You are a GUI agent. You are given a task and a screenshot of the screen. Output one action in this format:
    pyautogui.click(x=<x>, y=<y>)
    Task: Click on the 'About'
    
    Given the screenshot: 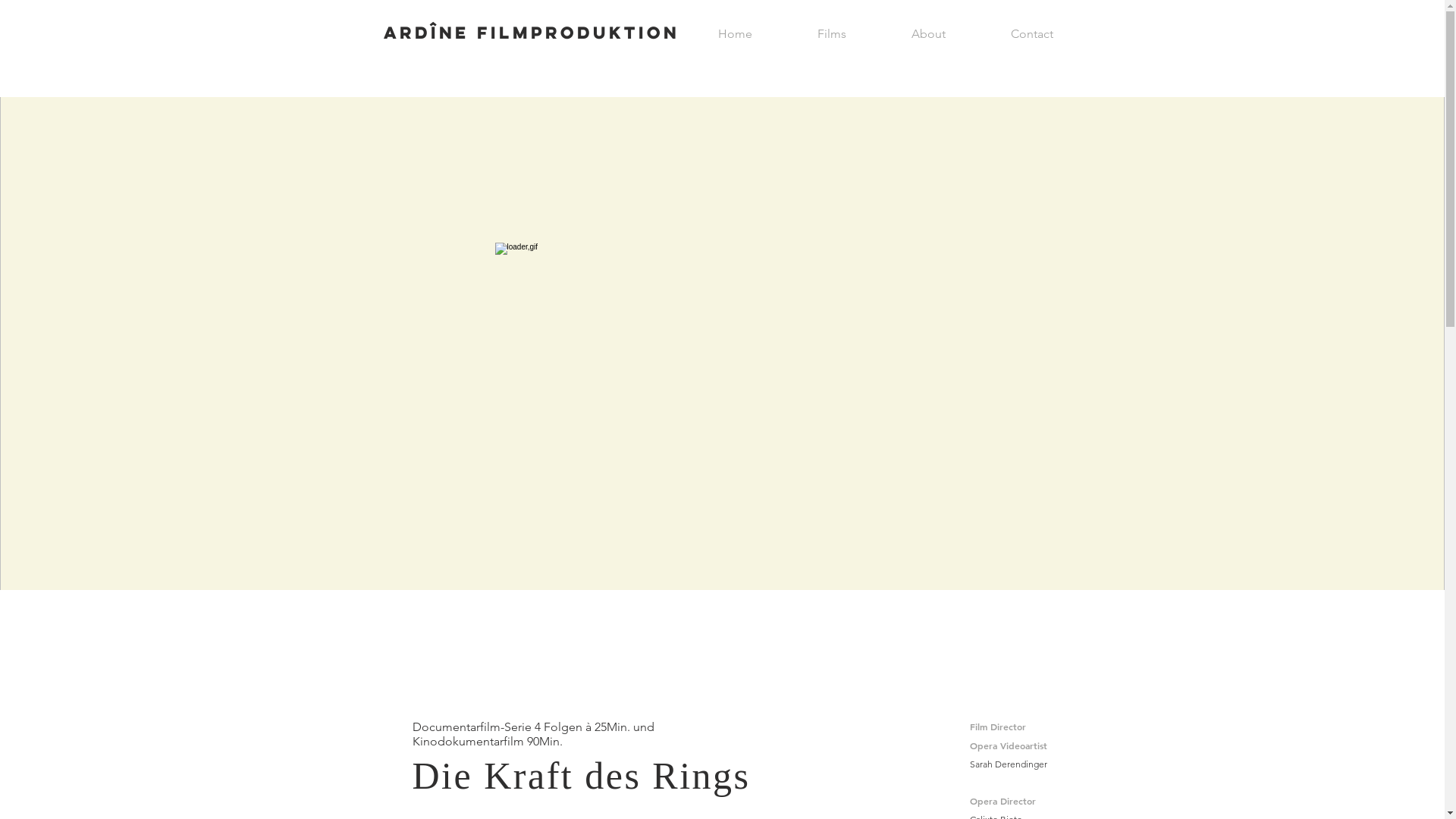 What is the action you would take?
    pyautogui.click(x=927, y=33)
    